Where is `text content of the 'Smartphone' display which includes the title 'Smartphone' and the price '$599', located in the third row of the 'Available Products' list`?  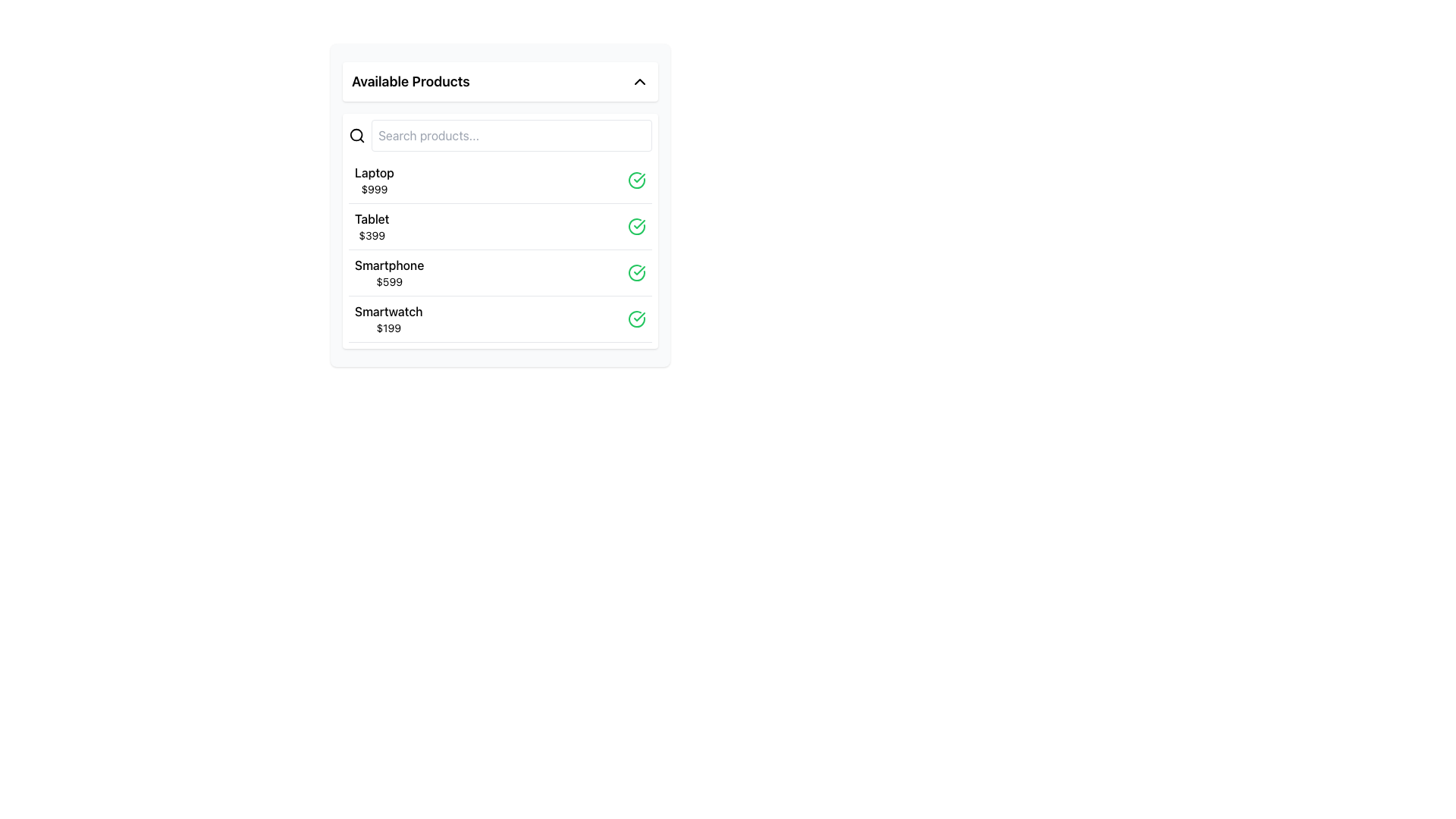 text content of the 'Smartphone' display which includes the title 'Smartphone' and the price '$599', located in the third row of the 'Available Products' list is located at coordinates (389, 271).